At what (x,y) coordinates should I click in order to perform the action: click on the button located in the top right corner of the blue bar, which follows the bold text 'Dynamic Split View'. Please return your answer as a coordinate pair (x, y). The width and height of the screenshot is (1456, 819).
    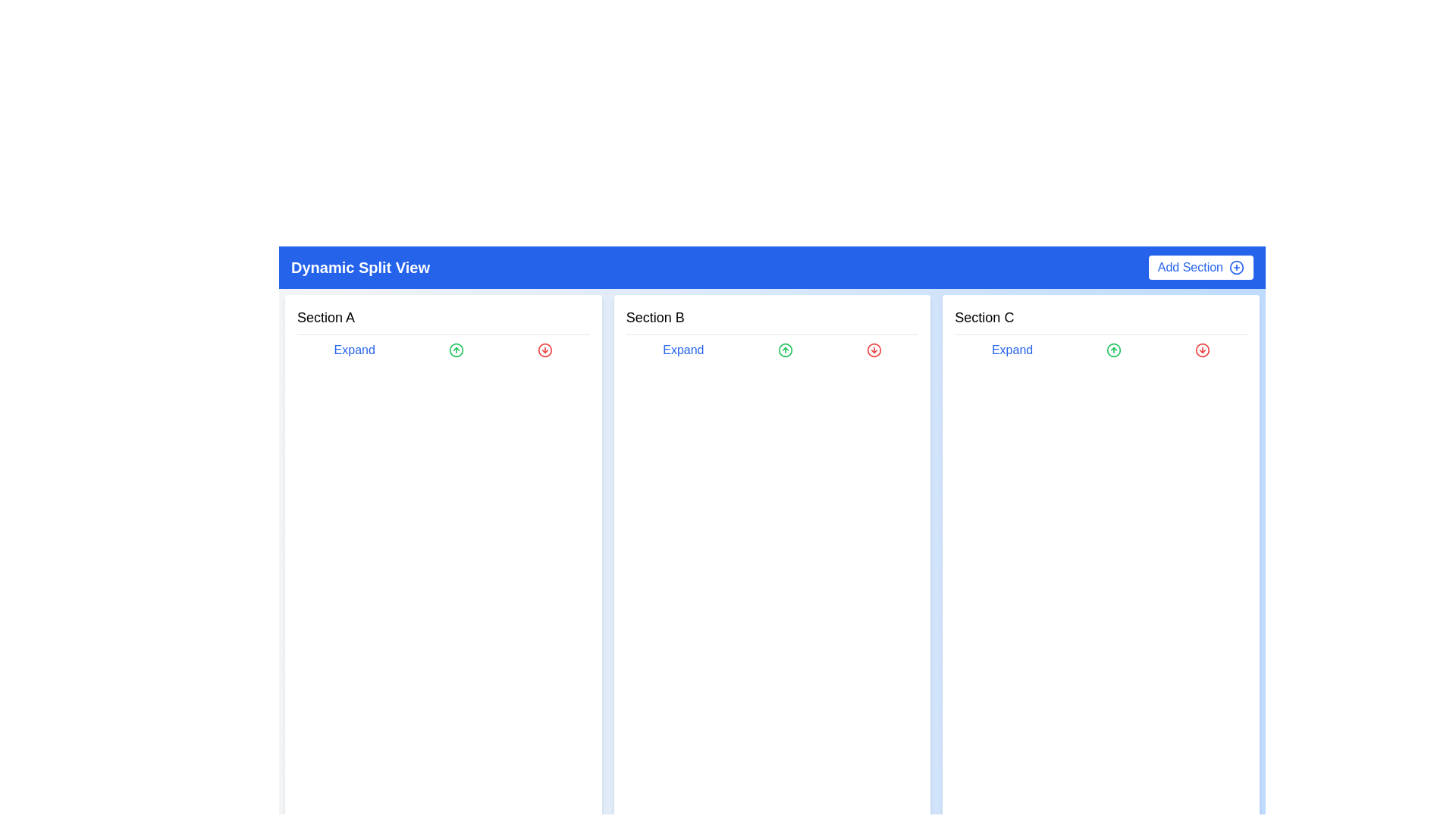
    Looking at the image, I should click on (1200, 267).